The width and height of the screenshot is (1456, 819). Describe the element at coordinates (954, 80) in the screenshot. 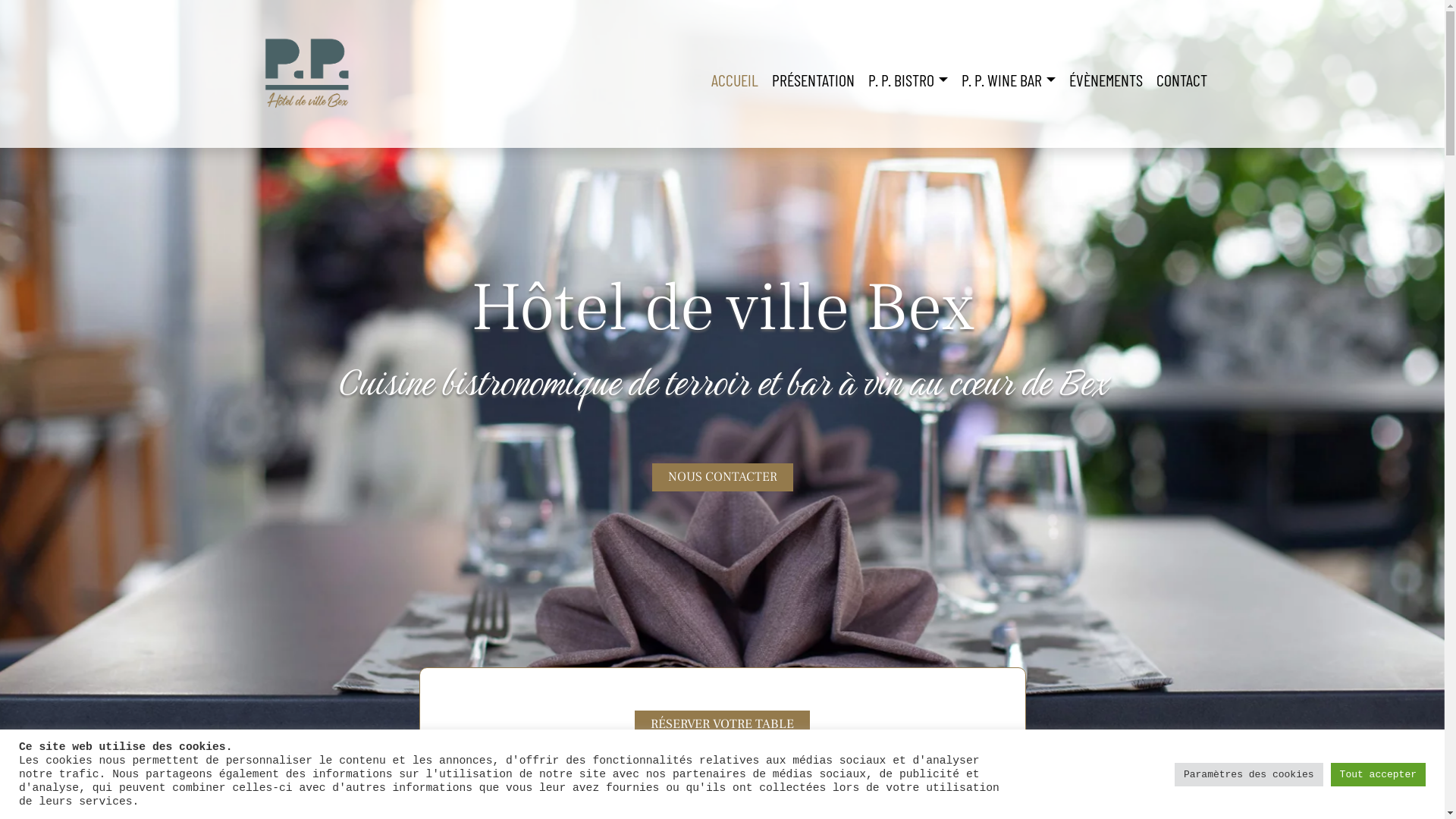

I see `'P. P. WINE BAR'` at that location.